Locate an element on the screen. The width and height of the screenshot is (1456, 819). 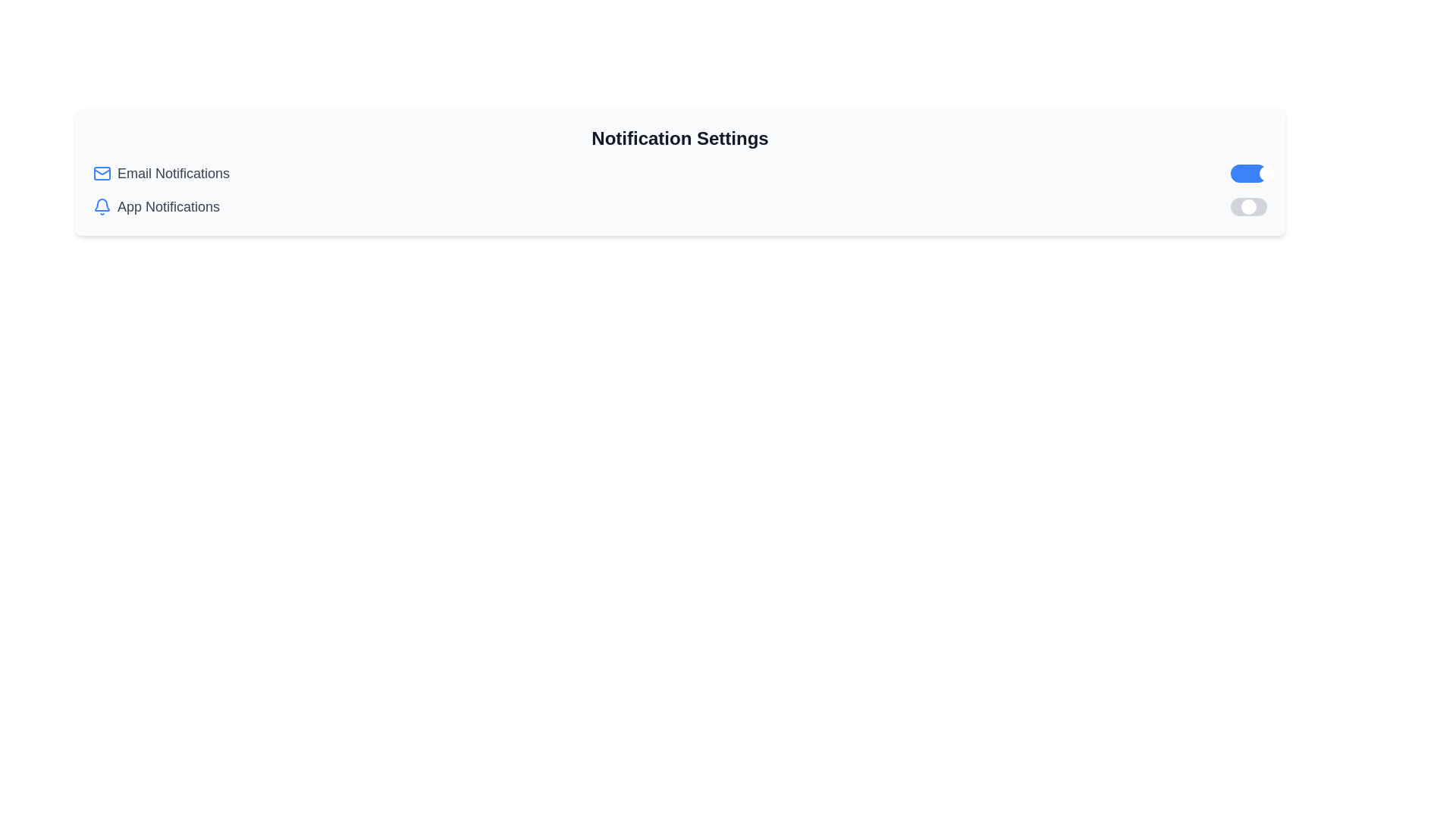
the toggle handle located on the far-right side of the toggle switch control is located at coordinates (1266, 172).